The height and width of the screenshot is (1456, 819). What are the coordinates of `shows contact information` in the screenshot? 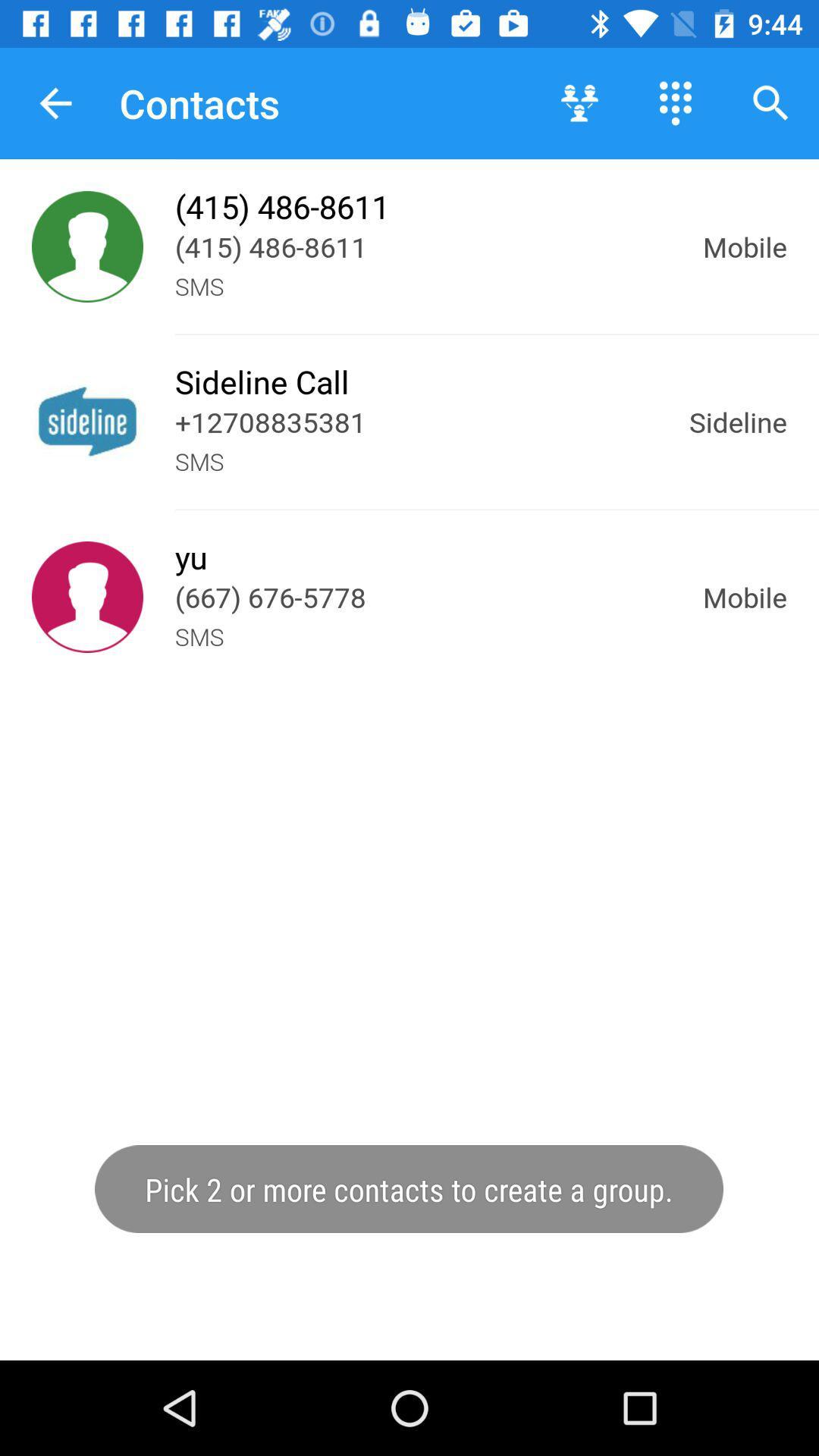 It's located at (87, 246).